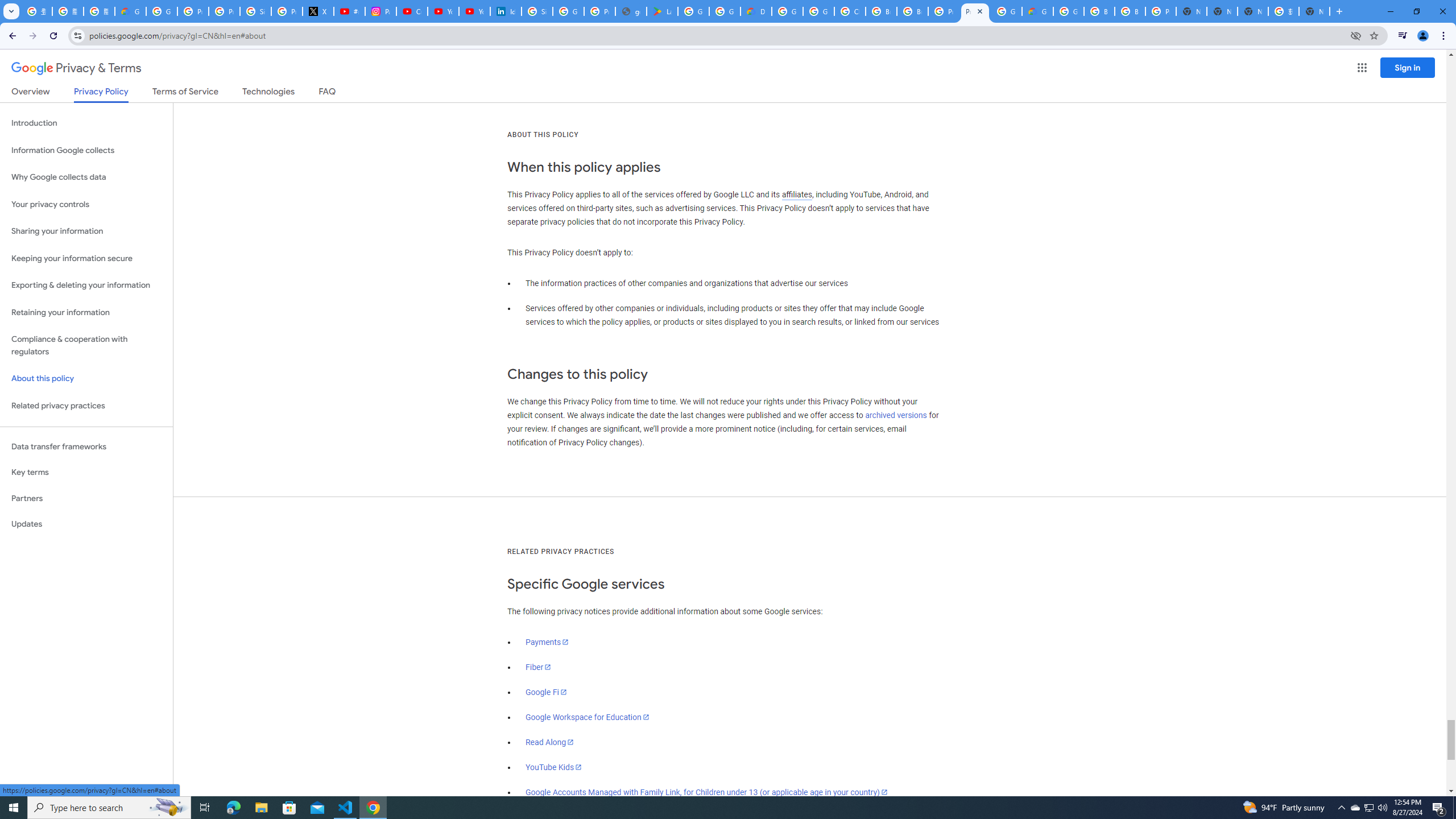  What do you see at coordinates (586, 717) in the screenshot?
I see `'Google Workspace for Education'` at bounding box center [586, 717].